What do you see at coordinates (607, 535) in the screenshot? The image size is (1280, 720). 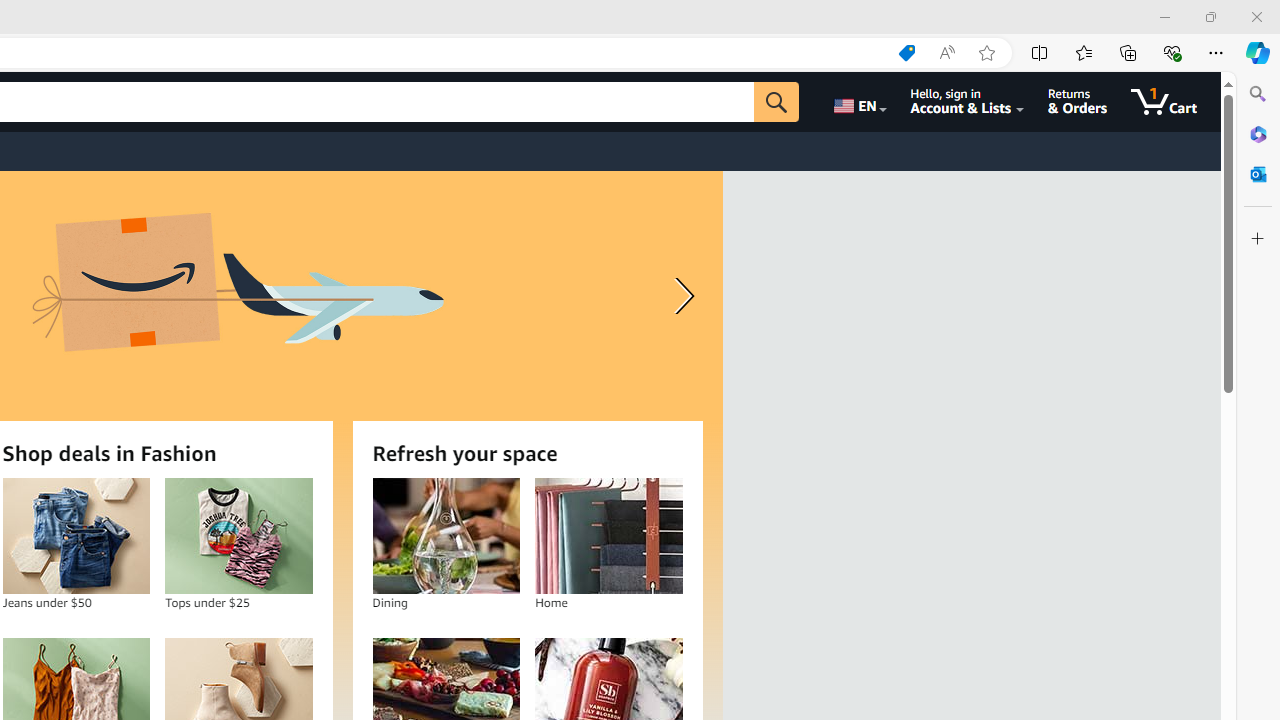 I see `'Home'` at bounding box center [607, 535].